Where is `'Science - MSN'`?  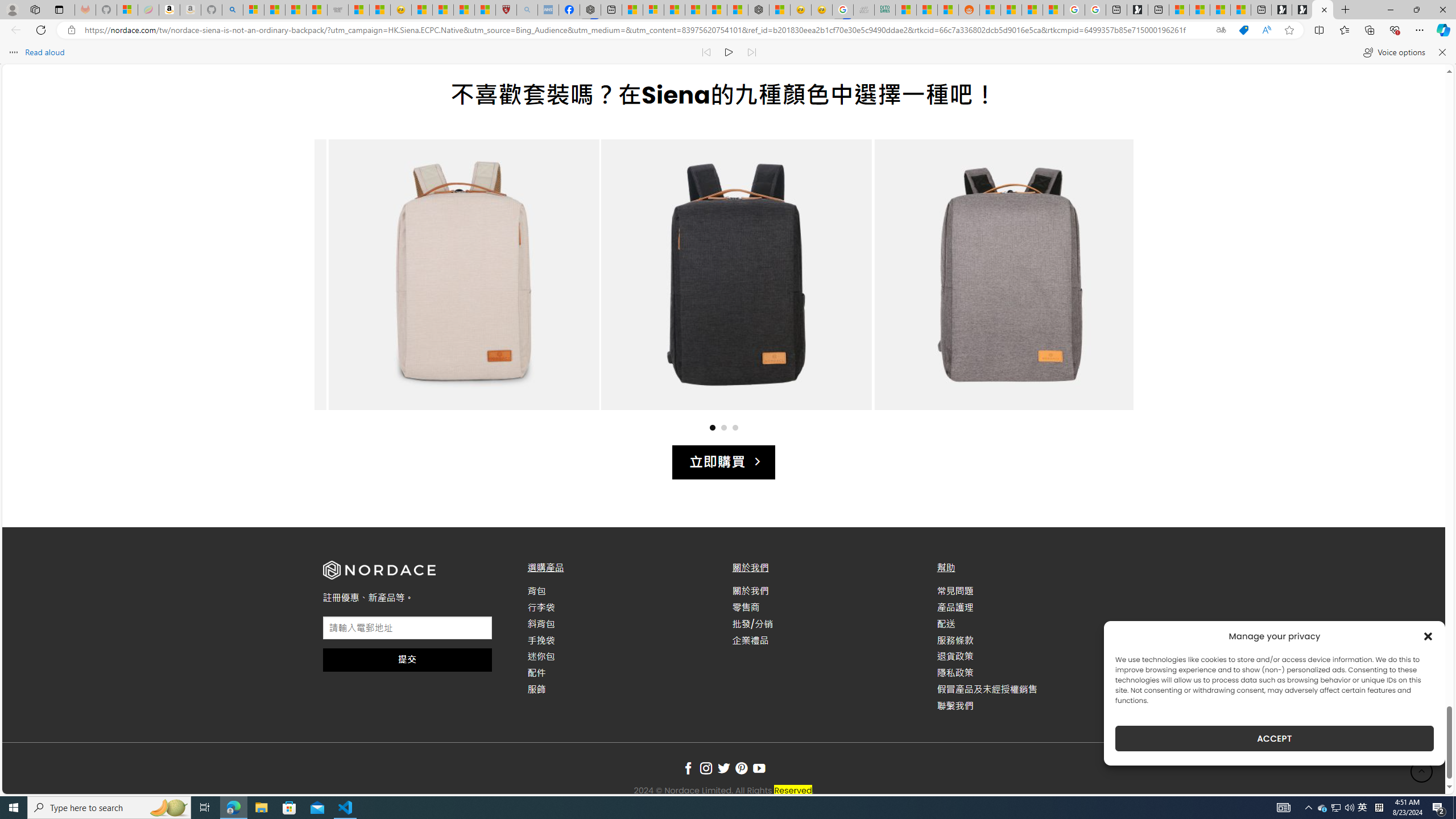 'Science - MSN' is located at coordinates (464, 9).